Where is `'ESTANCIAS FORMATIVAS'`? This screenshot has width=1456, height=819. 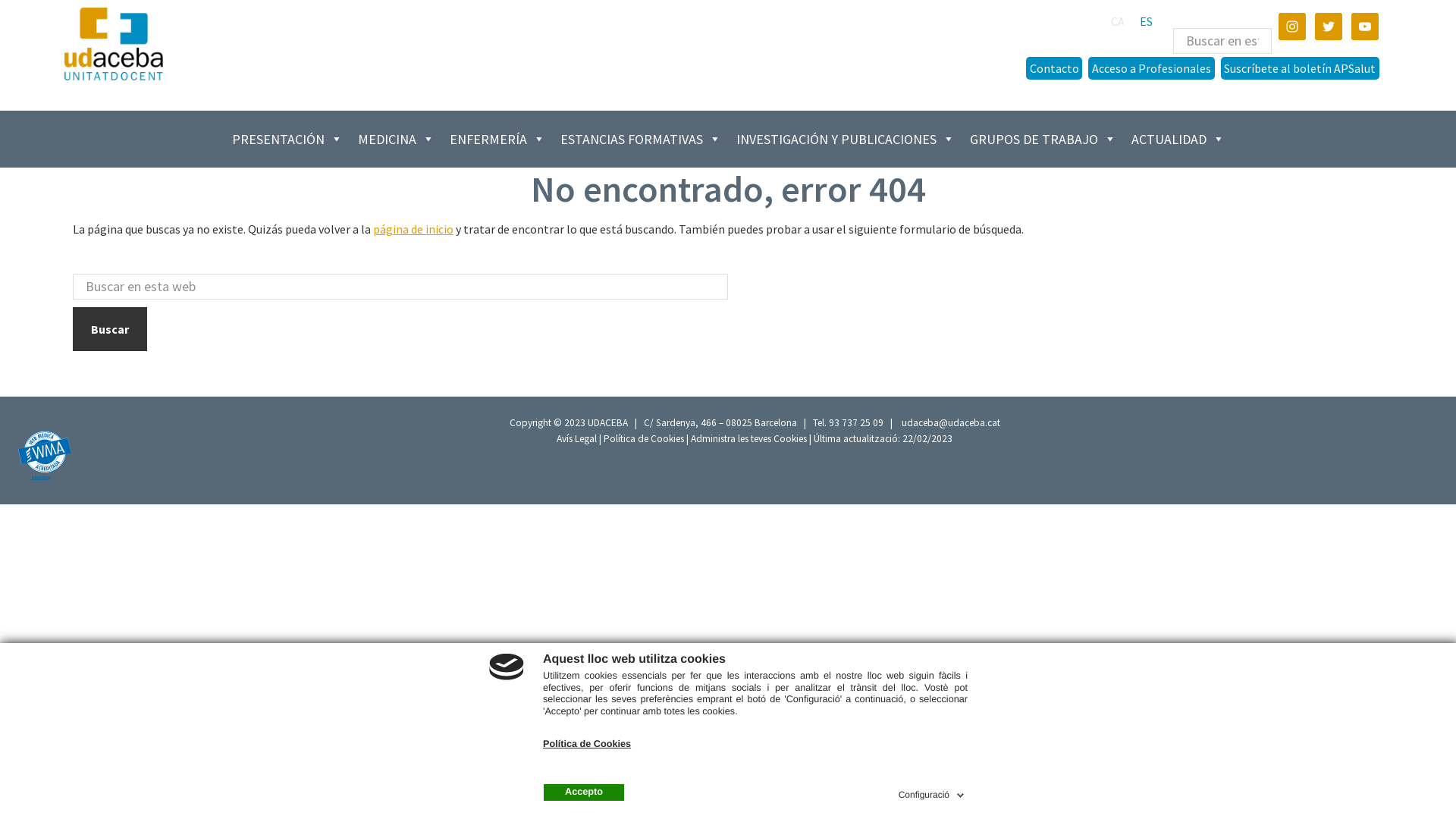 'ESTANCIAS FORMATIVAS' is located at coordinates (640, 139).